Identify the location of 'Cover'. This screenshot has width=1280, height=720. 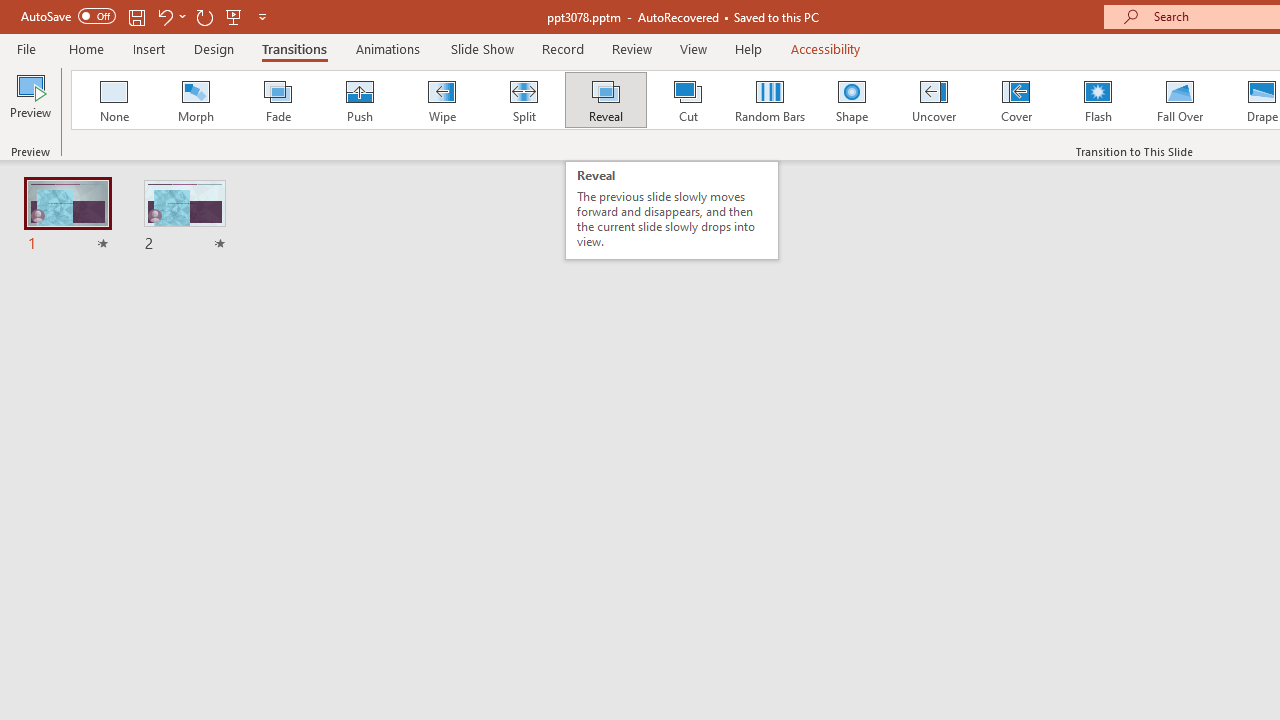
(1016, 100).